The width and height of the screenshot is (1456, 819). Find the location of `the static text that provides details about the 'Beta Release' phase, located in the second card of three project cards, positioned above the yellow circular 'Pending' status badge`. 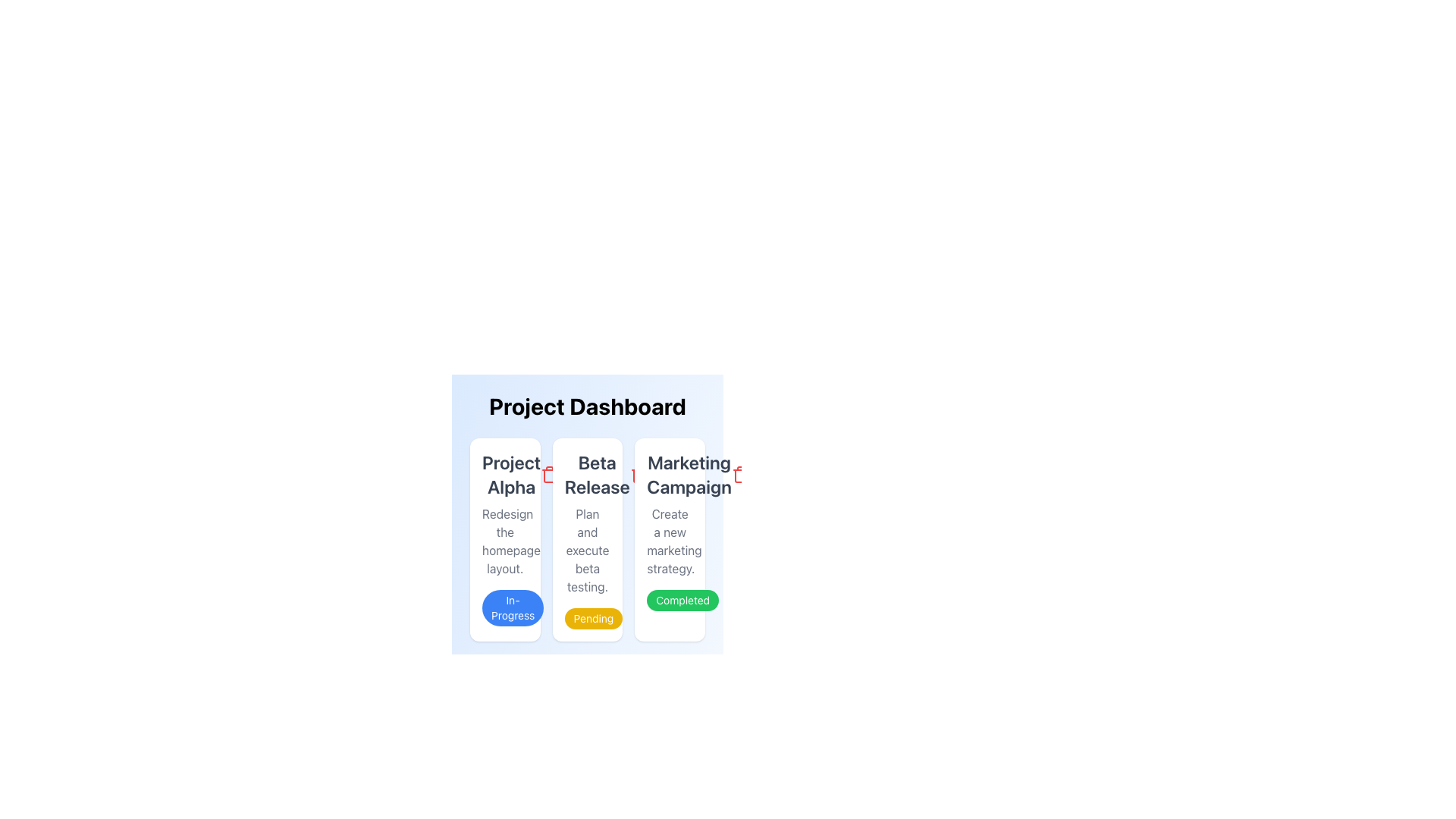

the static text that provides details about the 'Beta Release' phase, located in the second card of three project cards, positioned above the yellow circular 'Pending' status badge is located at coordinates (586, 550).